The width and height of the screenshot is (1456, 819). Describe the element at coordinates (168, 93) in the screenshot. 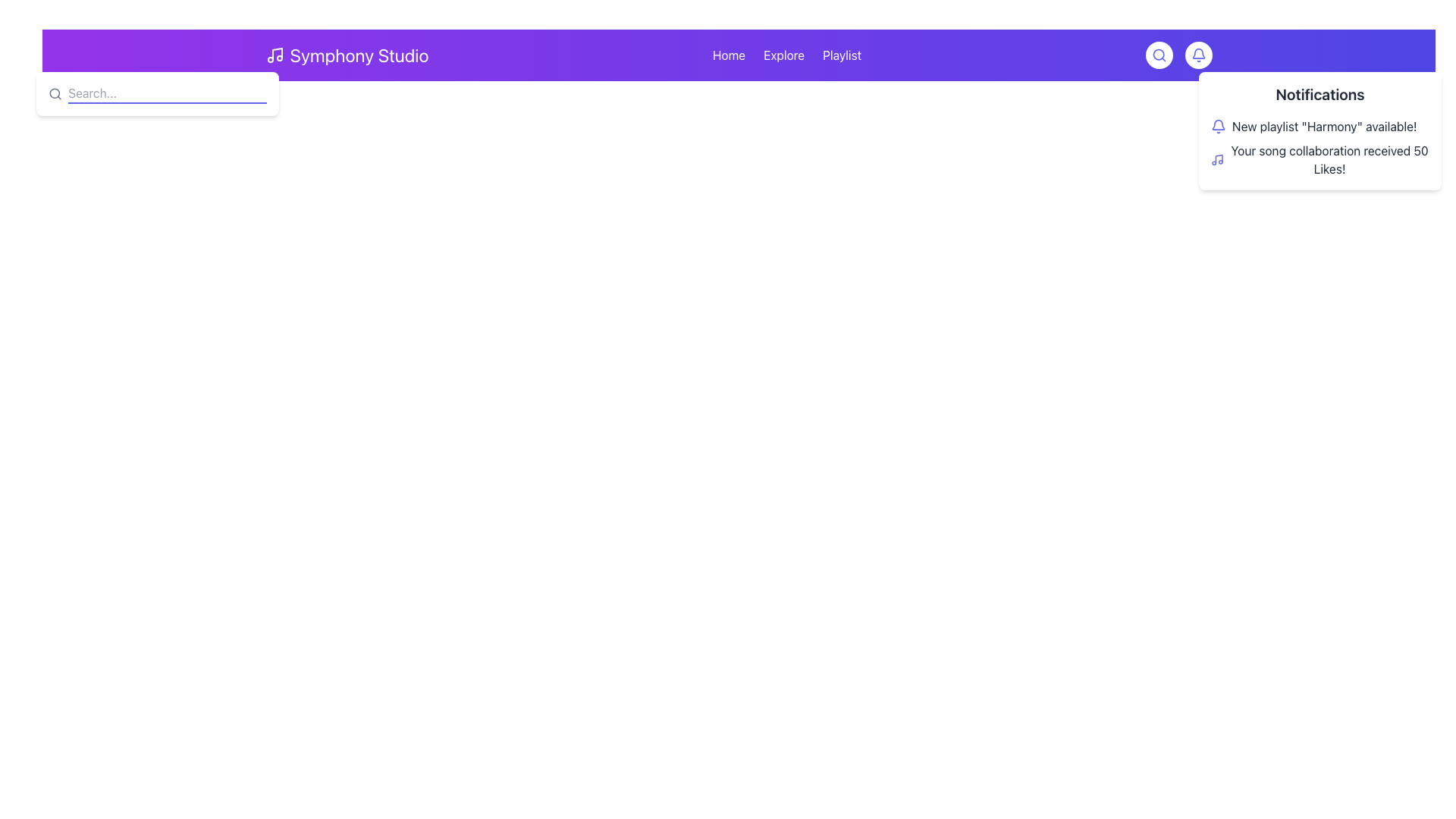

I see `the Text Input Field located to the right of the search icon to activate it for text input` at that location.